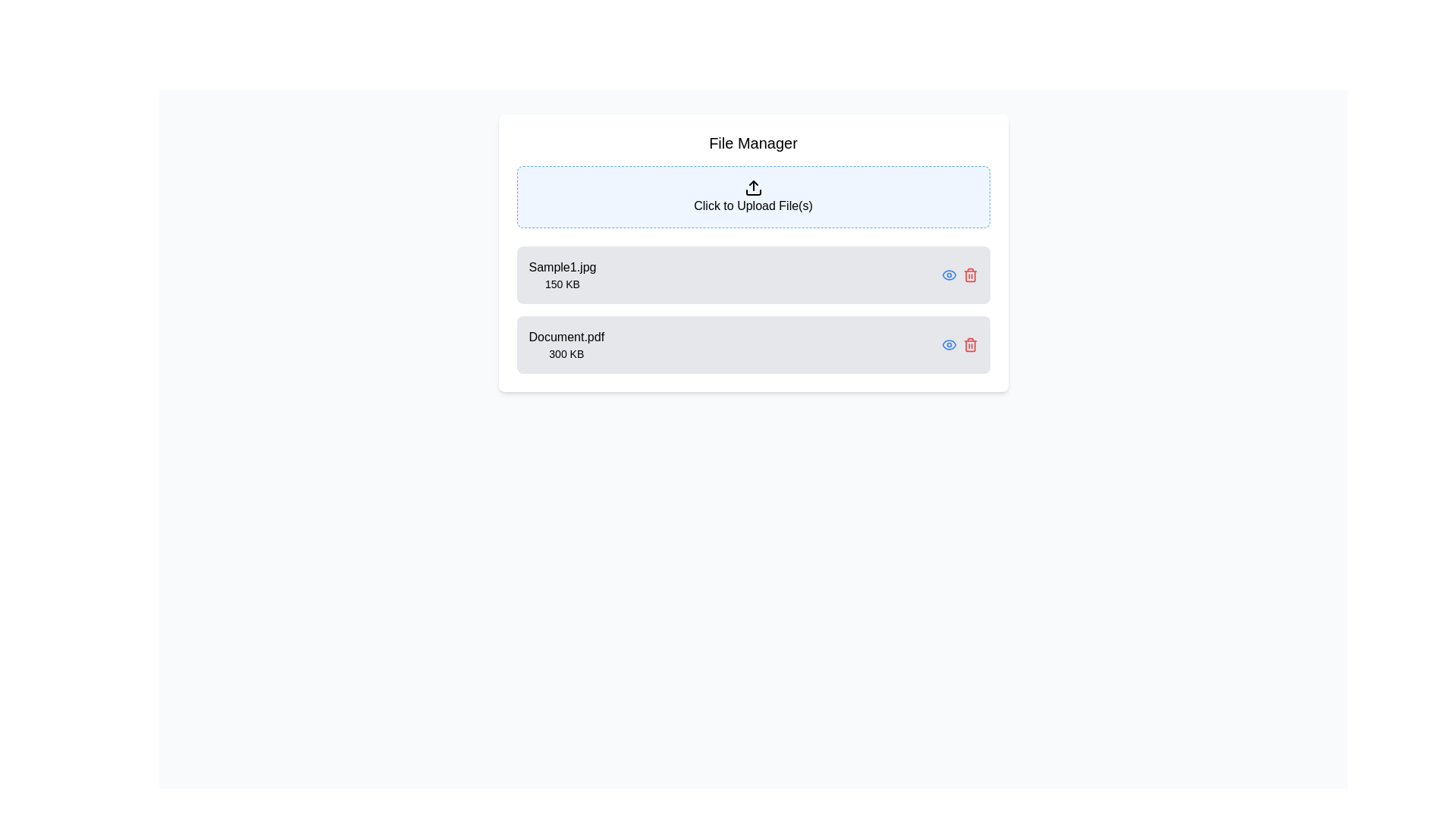 This screenshot has height=819, width=1456. Describe the element at coordinates (566, 336) in the screenshot. I see `the text label displaying 'Document.pdf', which is styled in bold font and aligned to the left, located in the second row of the file manager list` at that location.